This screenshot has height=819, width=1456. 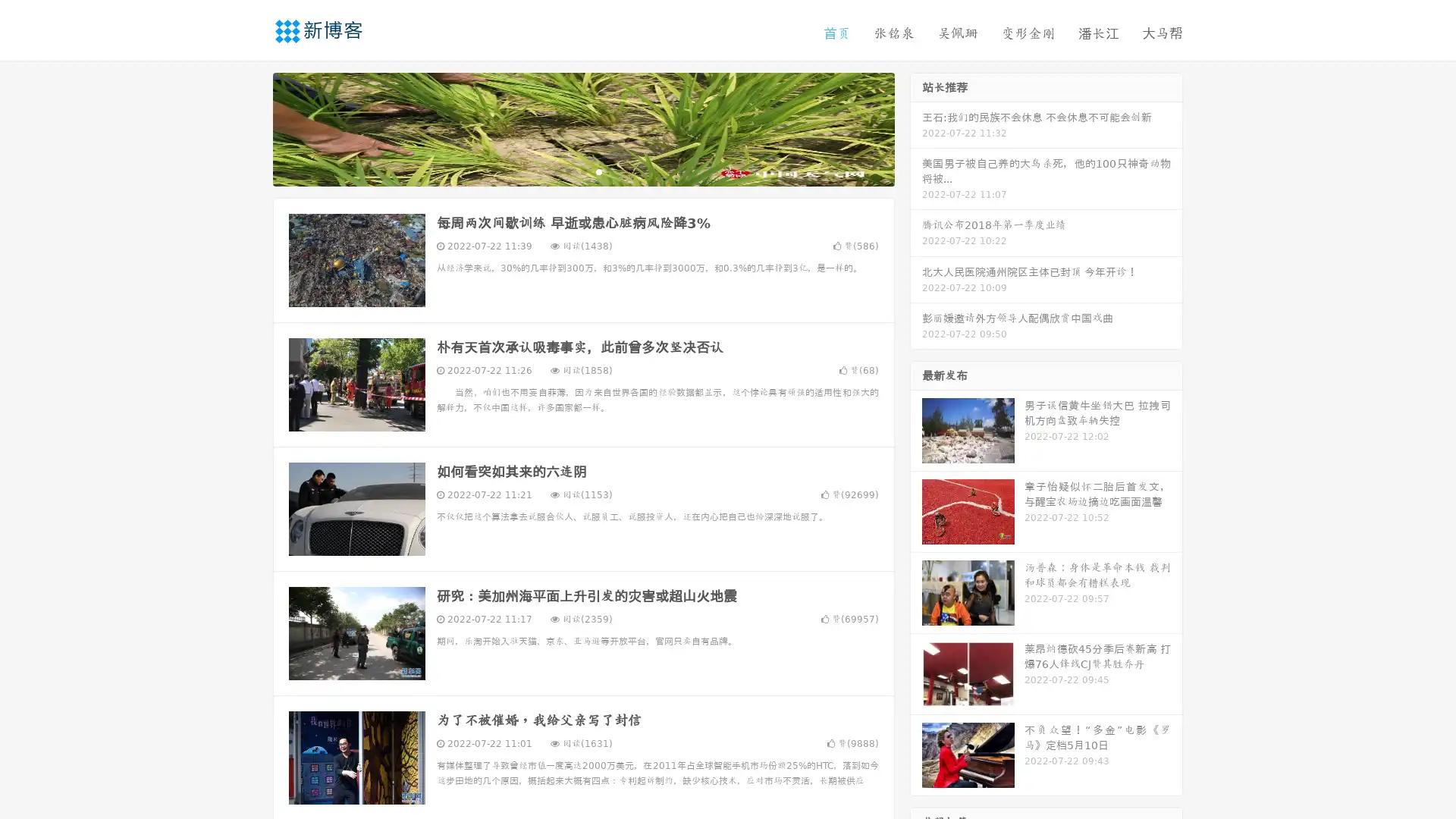 What do you see at coordinates (250, 127) in the screenshot?
I see `Previous slide` at bounding box center [250, 127].